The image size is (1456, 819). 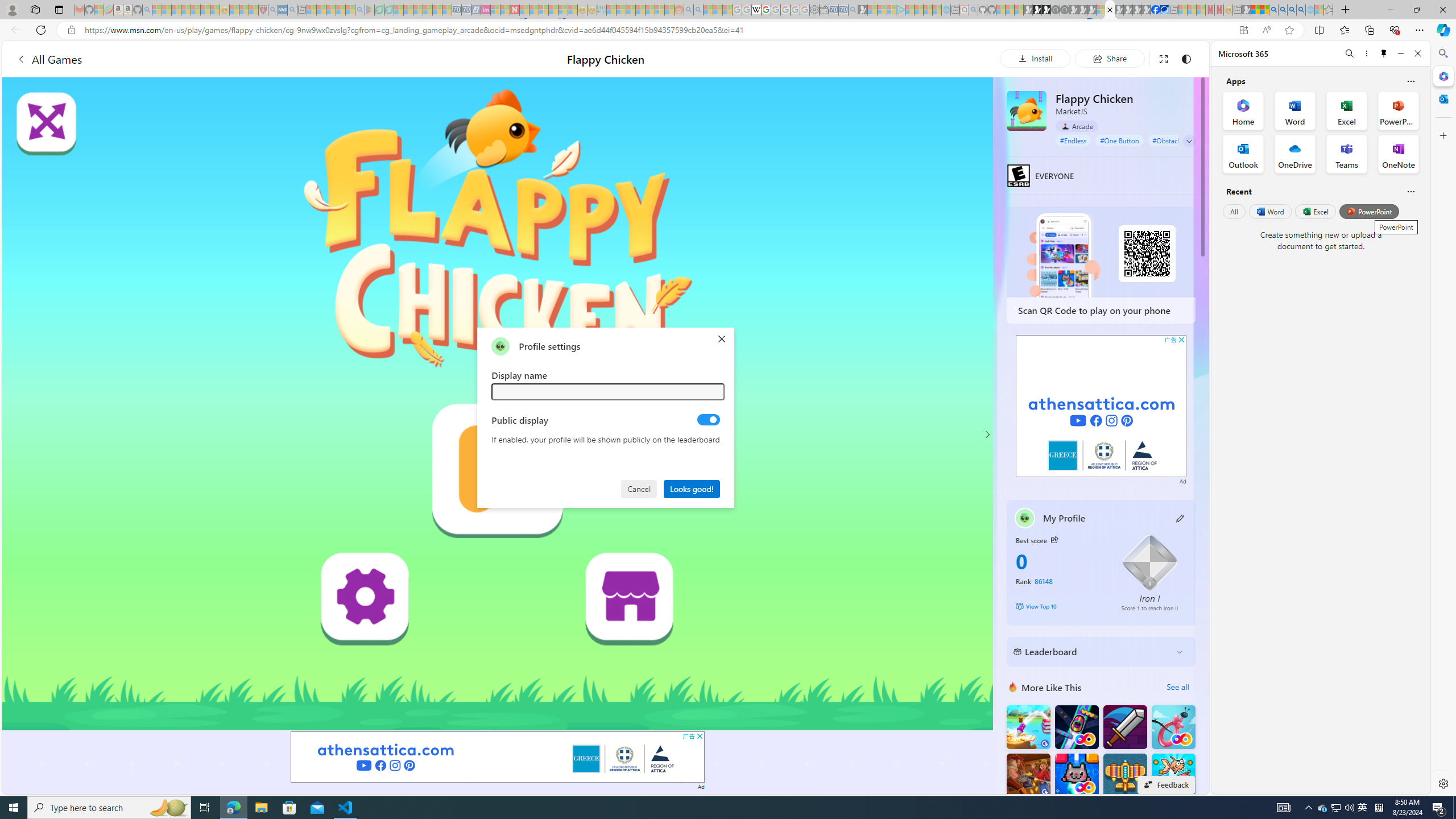 What do you see at coordinates (1384, 53) in the screenshot?
I see `'Unpin side pane'` at bounding box center [1384, 53].